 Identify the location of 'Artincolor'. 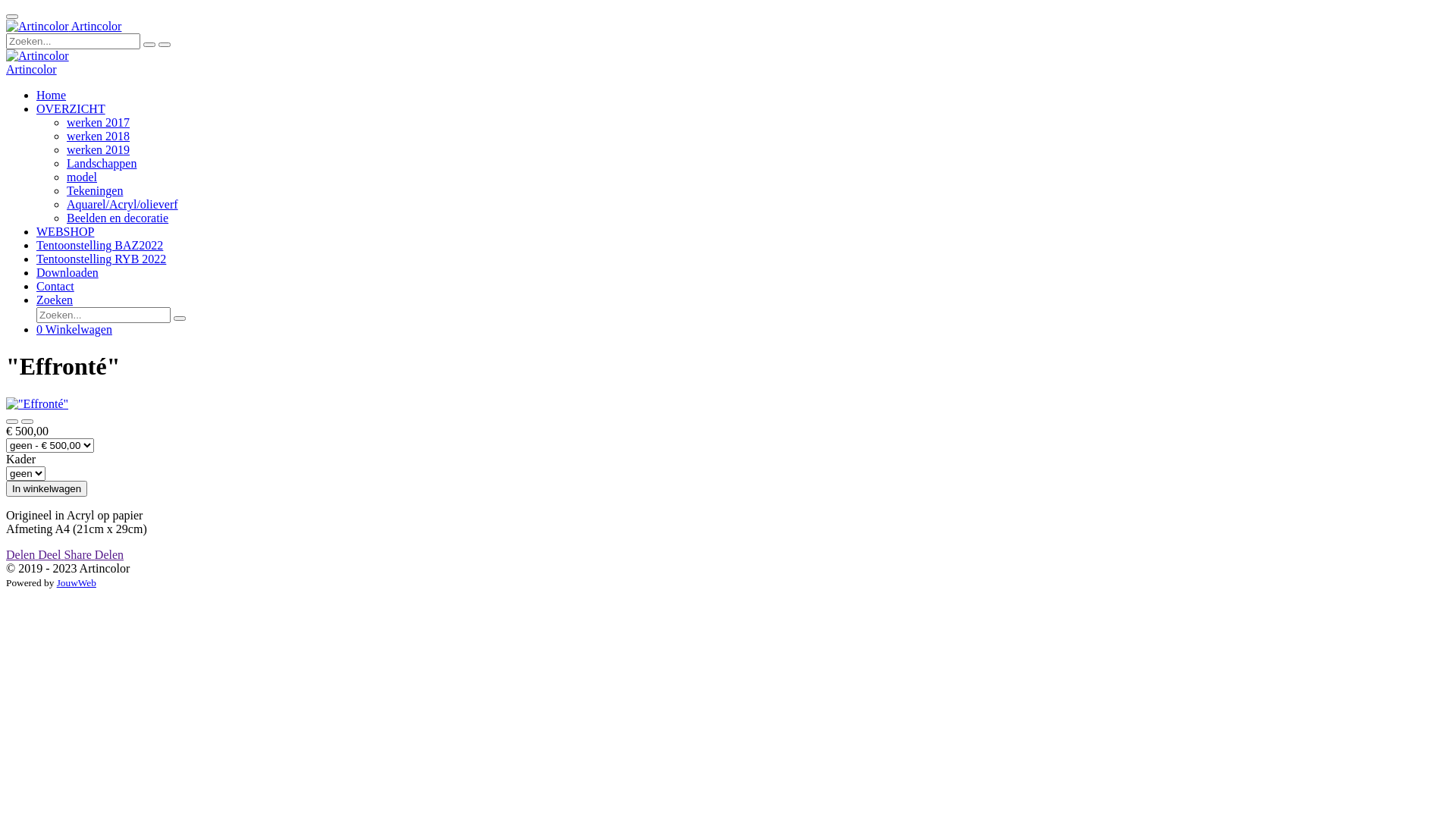
(6, 55).